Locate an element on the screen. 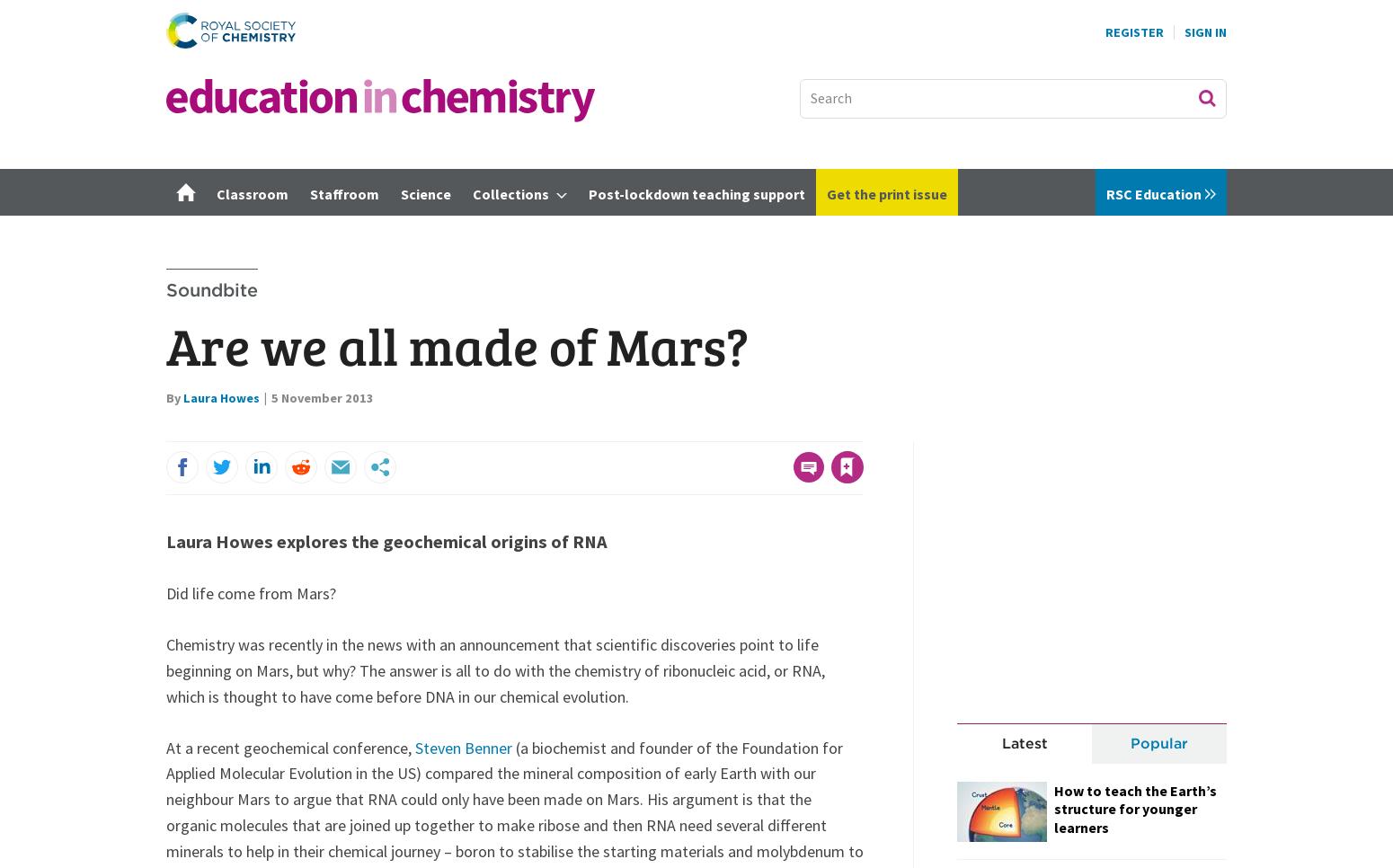 This screenshot has width=1393, height=868. 'Bookmark' is located at coordinates (831, 434).